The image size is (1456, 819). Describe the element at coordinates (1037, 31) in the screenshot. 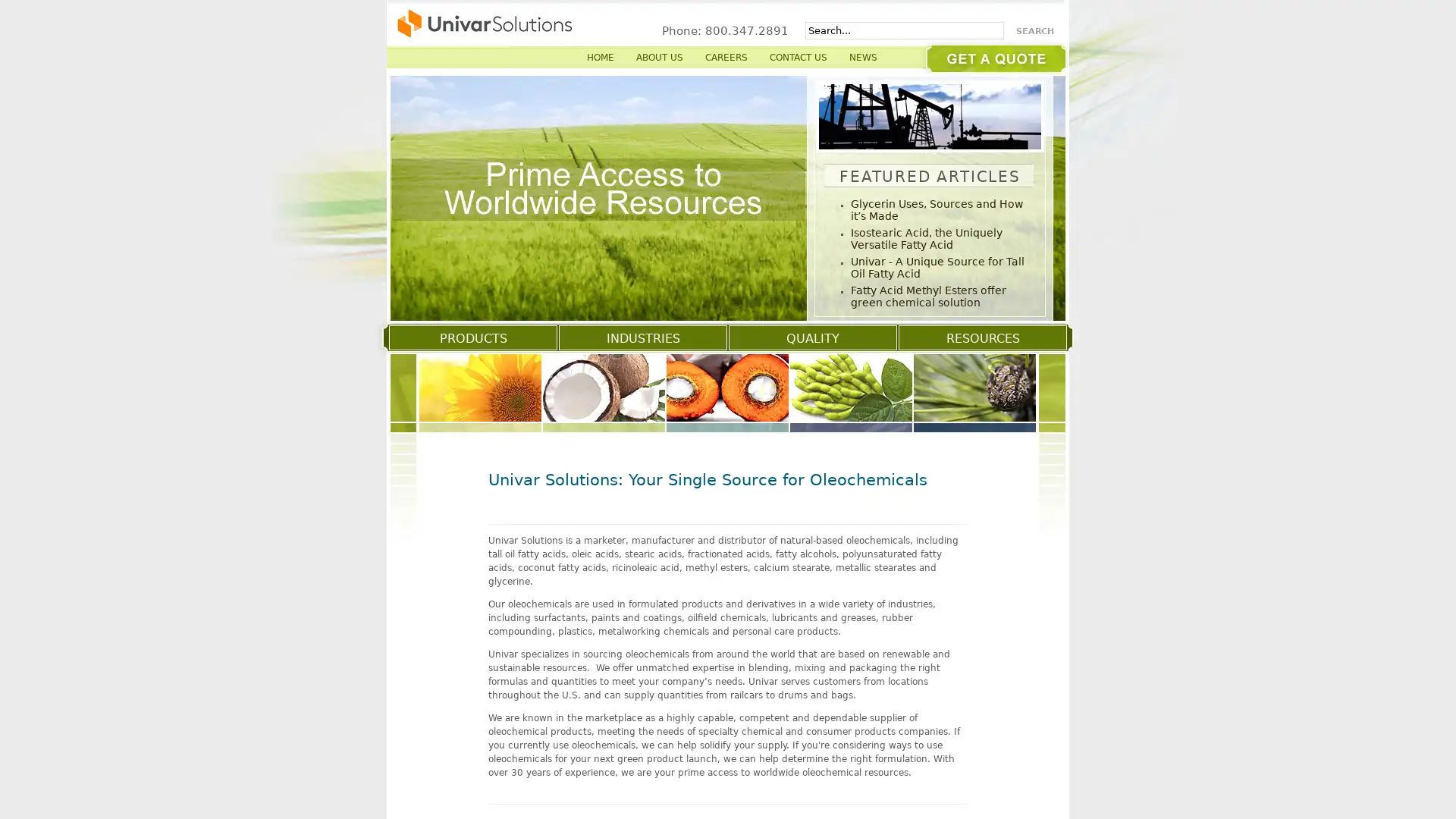

I see `Search` at that location.